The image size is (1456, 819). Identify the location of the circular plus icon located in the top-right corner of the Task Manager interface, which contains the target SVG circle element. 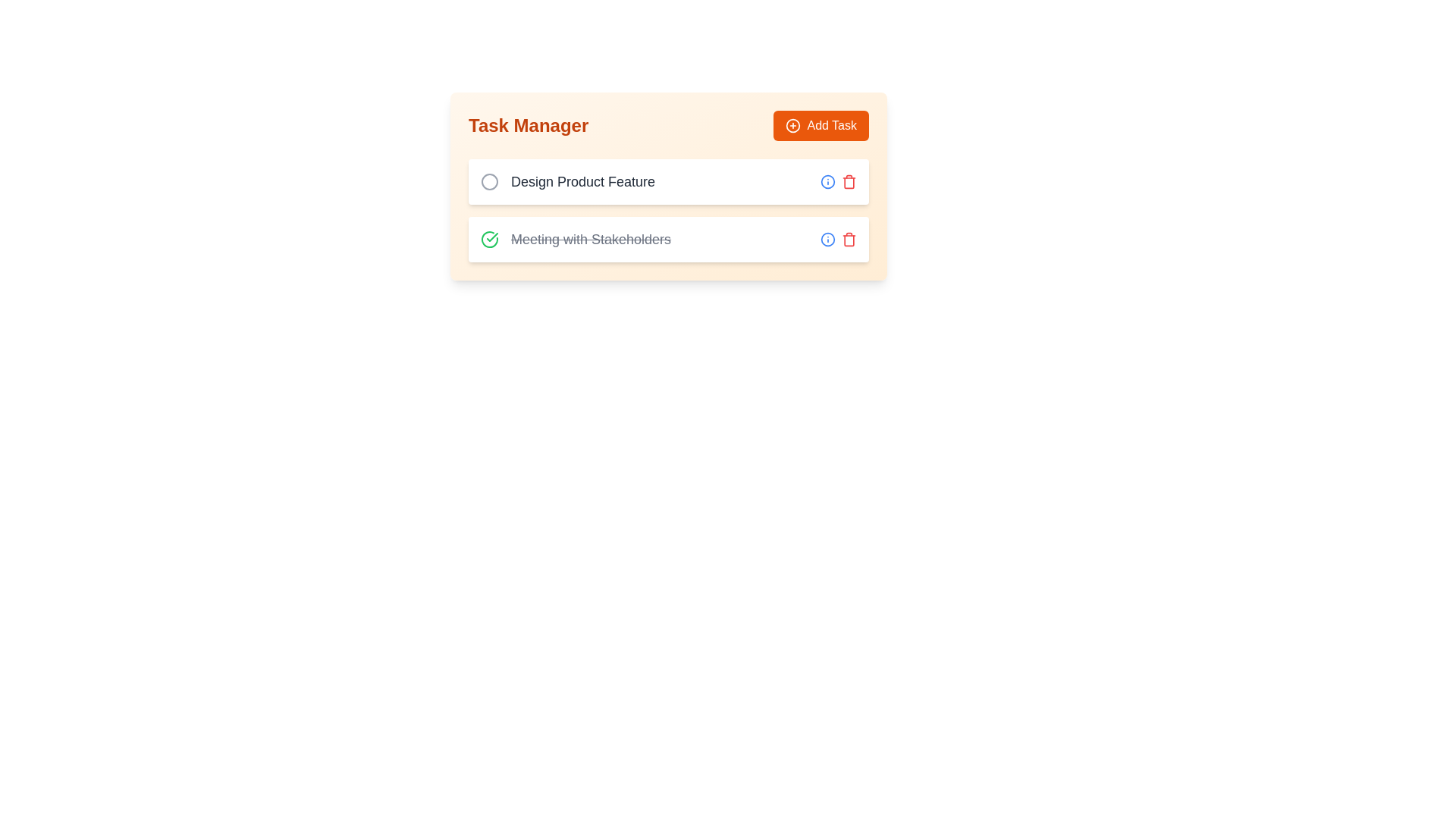
(792, 124).